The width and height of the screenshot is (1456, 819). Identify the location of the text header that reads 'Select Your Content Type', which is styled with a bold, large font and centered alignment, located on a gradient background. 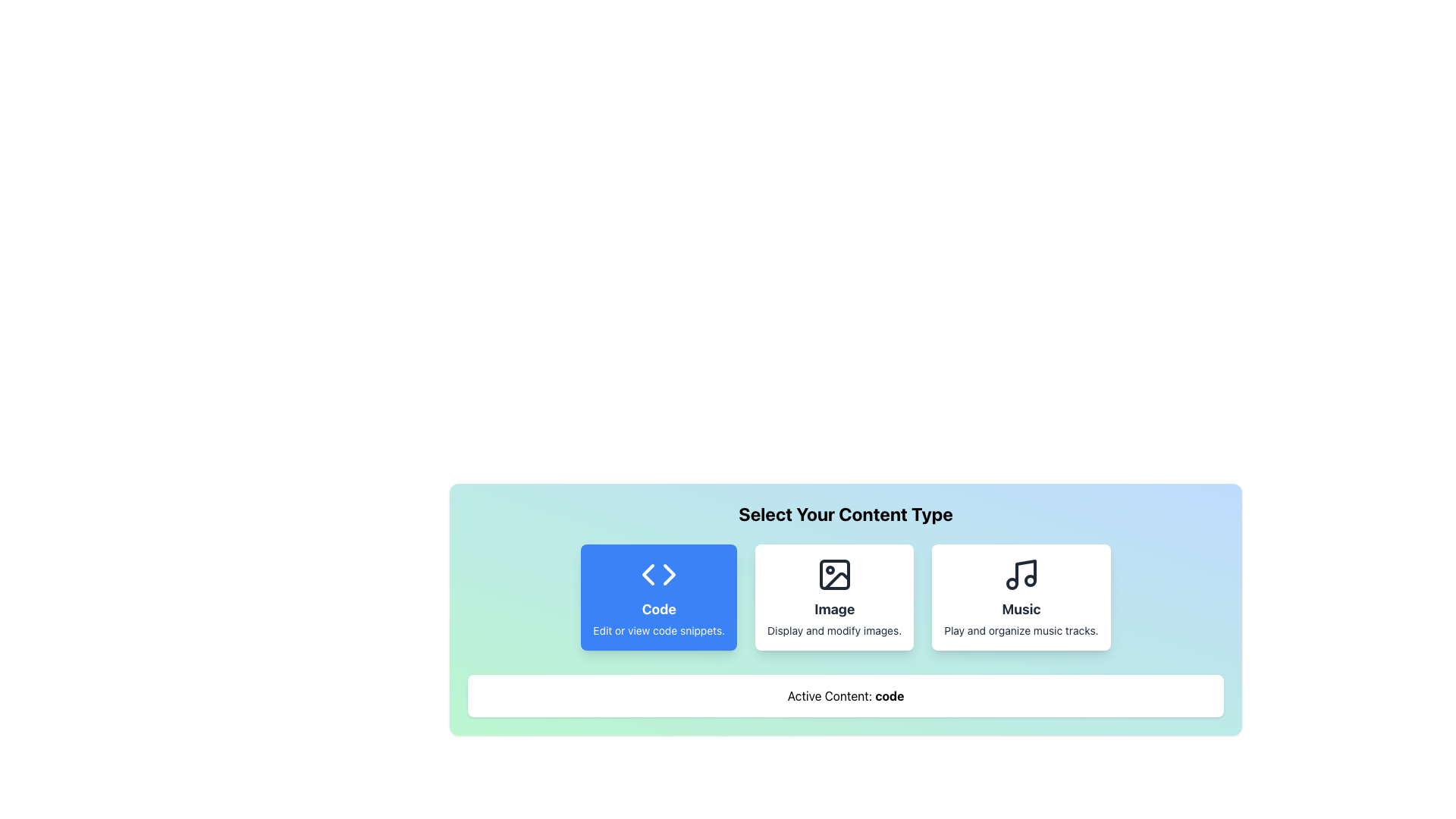
(845, 513).